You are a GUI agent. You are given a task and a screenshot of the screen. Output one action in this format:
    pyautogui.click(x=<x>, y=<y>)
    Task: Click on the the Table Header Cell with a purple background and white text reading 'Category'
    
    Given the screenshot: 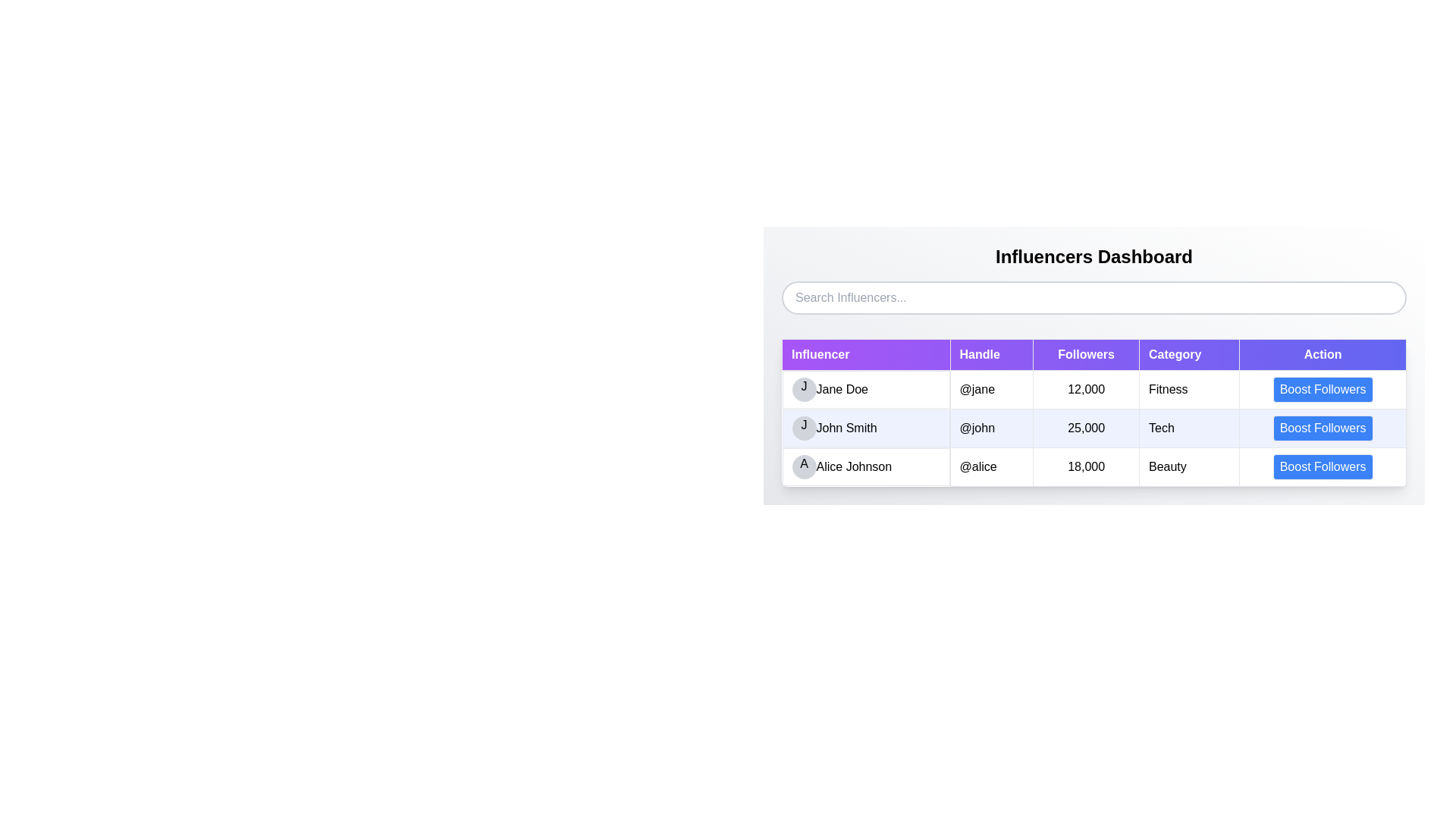 What is the action you would take?
    pyautogui.click(x=1188, y=354)
    